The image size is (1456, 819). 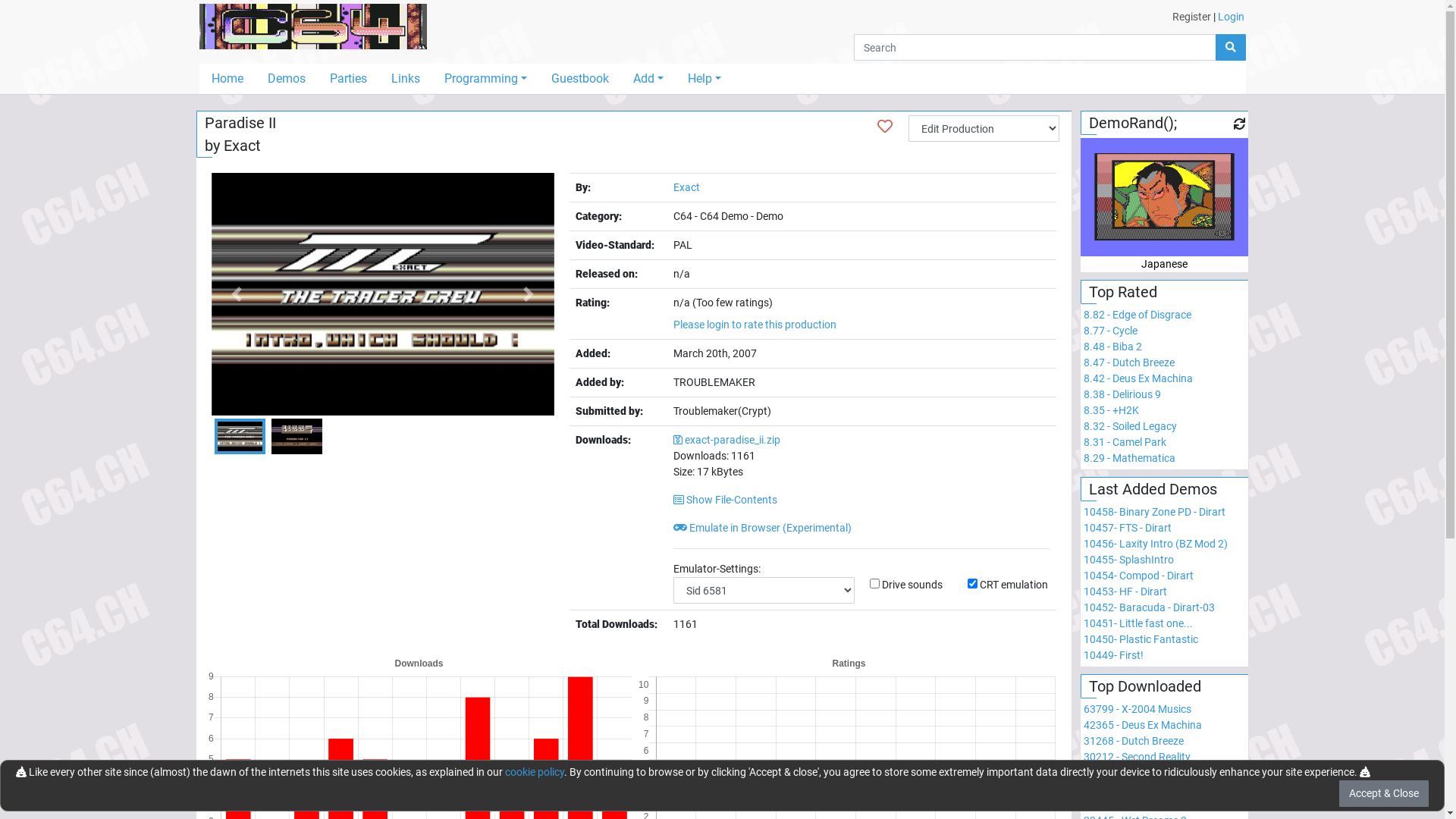 I want to click on '8.35 - +H2K', so click(x=1111, y=409).